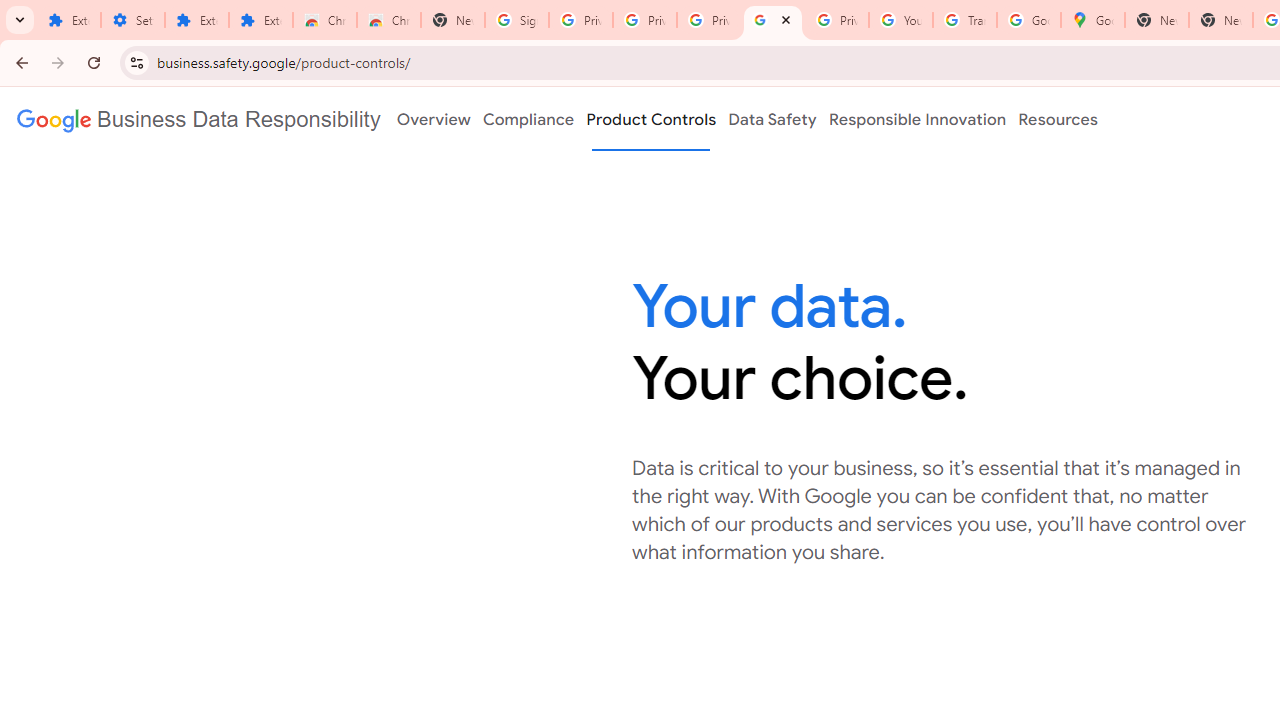 The width and height of the screenshot is (1280, 720). I want to click on 'Settings', so click(132, 20).